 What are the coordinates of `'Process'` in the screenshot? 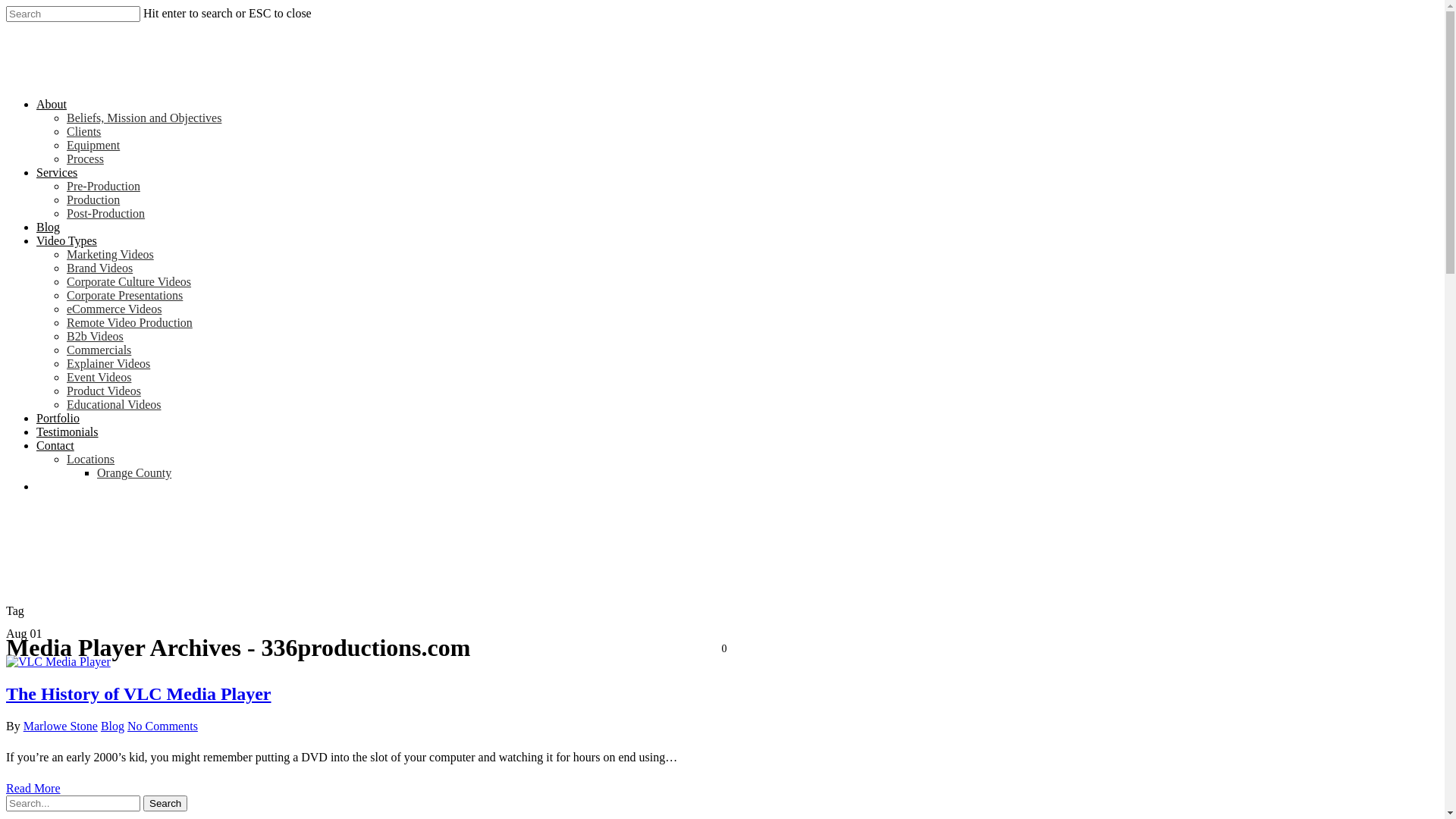 It's located at (65, 158).